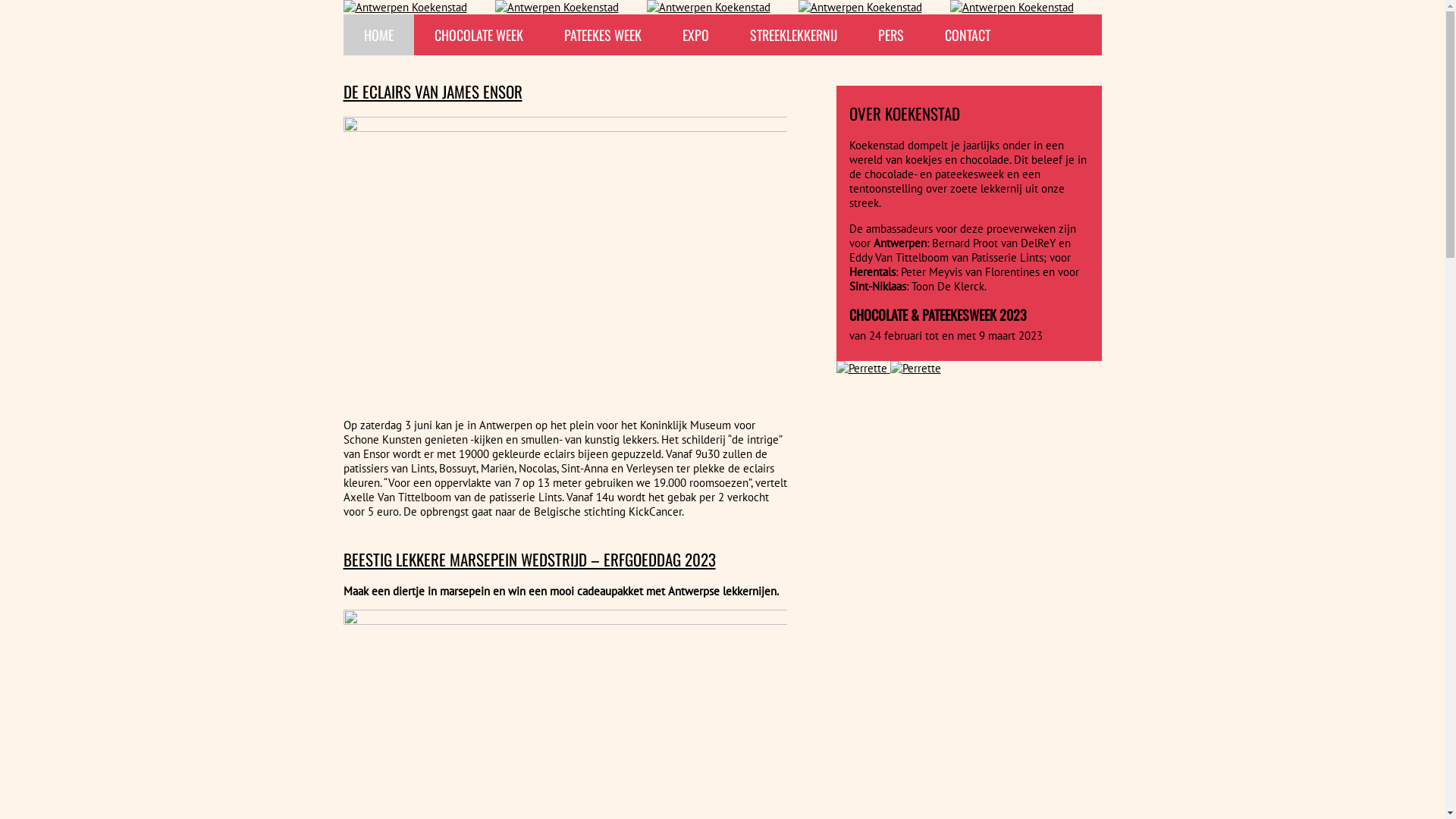 Image resolution: width=1456 pixels, height=819 pixels. I want to click on 'CONTACT', so click(923, 34).